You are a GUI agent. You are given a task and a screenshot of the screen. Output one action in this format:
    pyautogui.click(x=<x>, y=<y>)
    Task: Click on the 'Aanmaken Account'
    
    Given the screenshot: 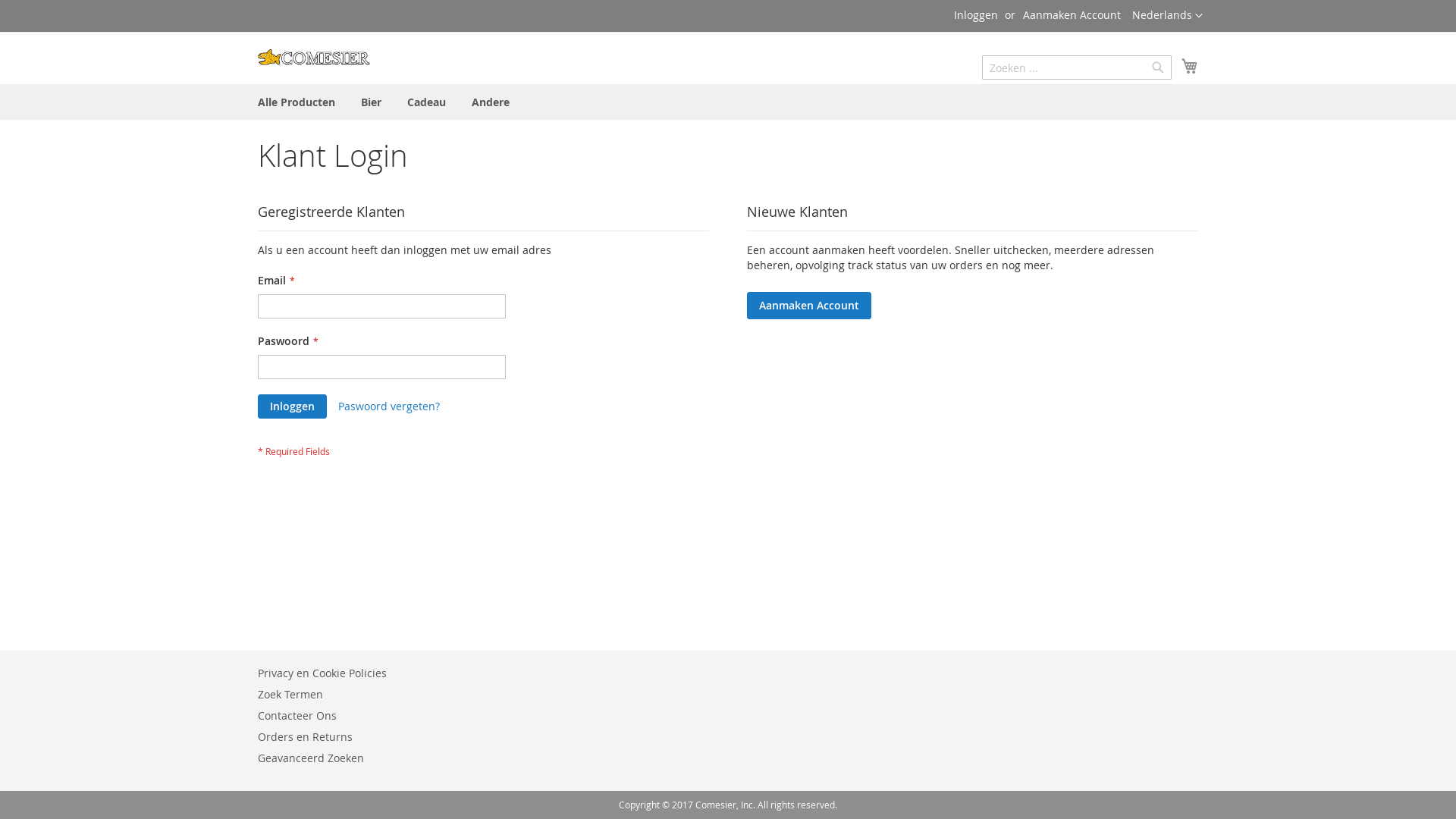 What is the action you would take?
    pyautogui.click(x=1071, y=14)
    